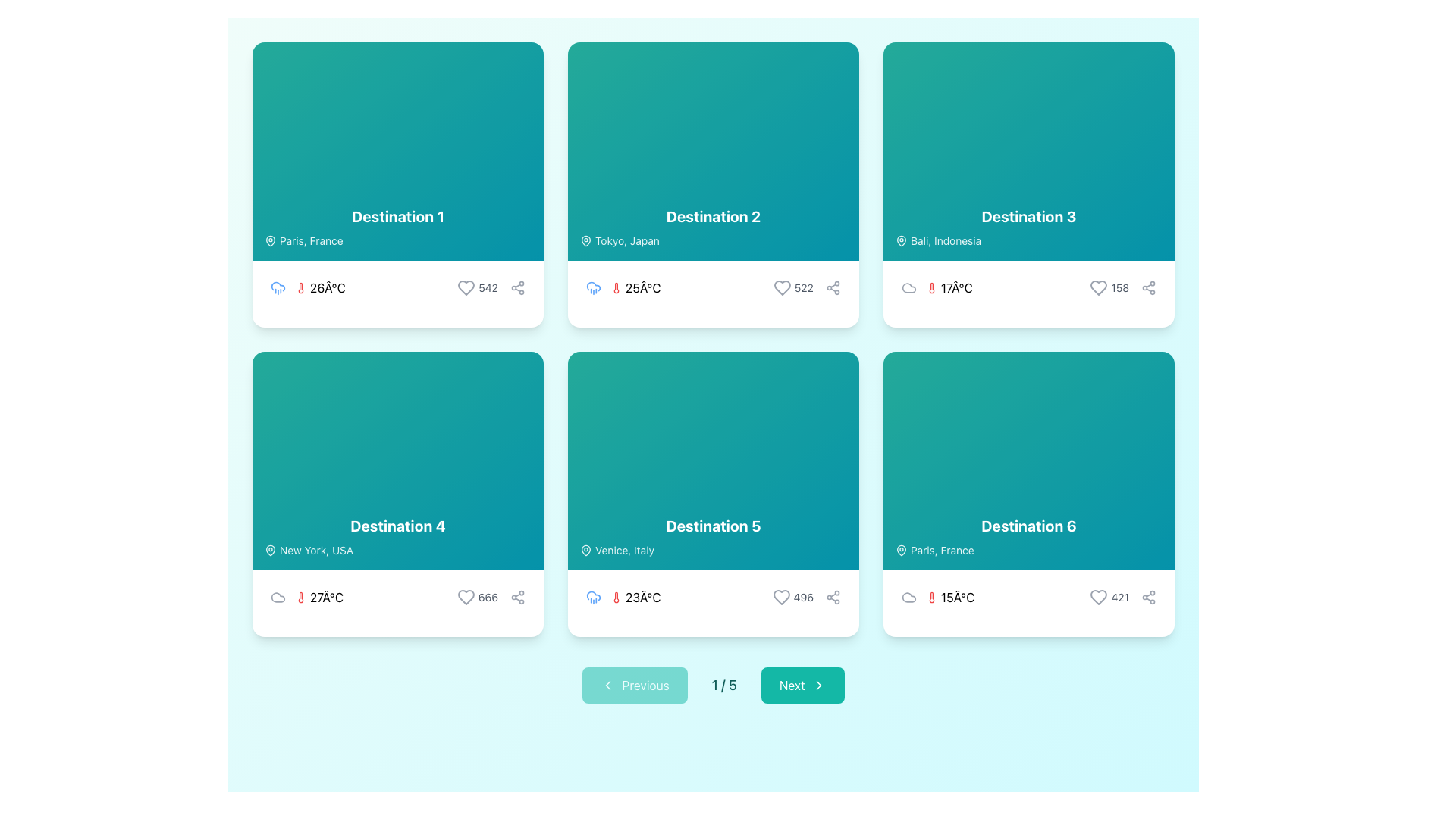  What do you see at coordinates (476, 596) in the screenshot?
I see `the like count displayed on the button located in the bottom-right corner of the 'Destination 4' card, adjacent to the temperature display` at bounding box center [476, 596].